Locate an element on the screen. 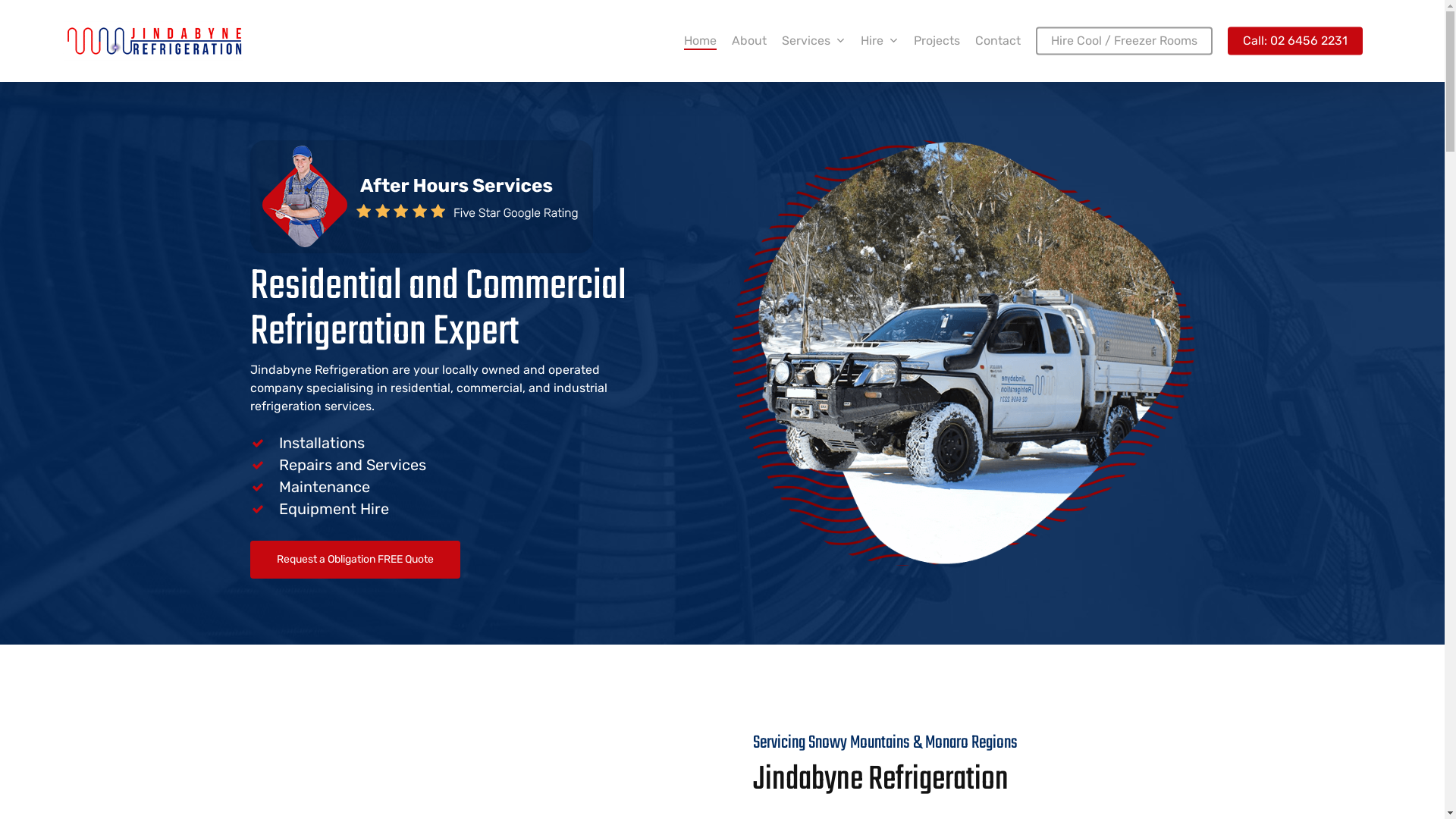  'Contact' is located at coordinates (997, 40).